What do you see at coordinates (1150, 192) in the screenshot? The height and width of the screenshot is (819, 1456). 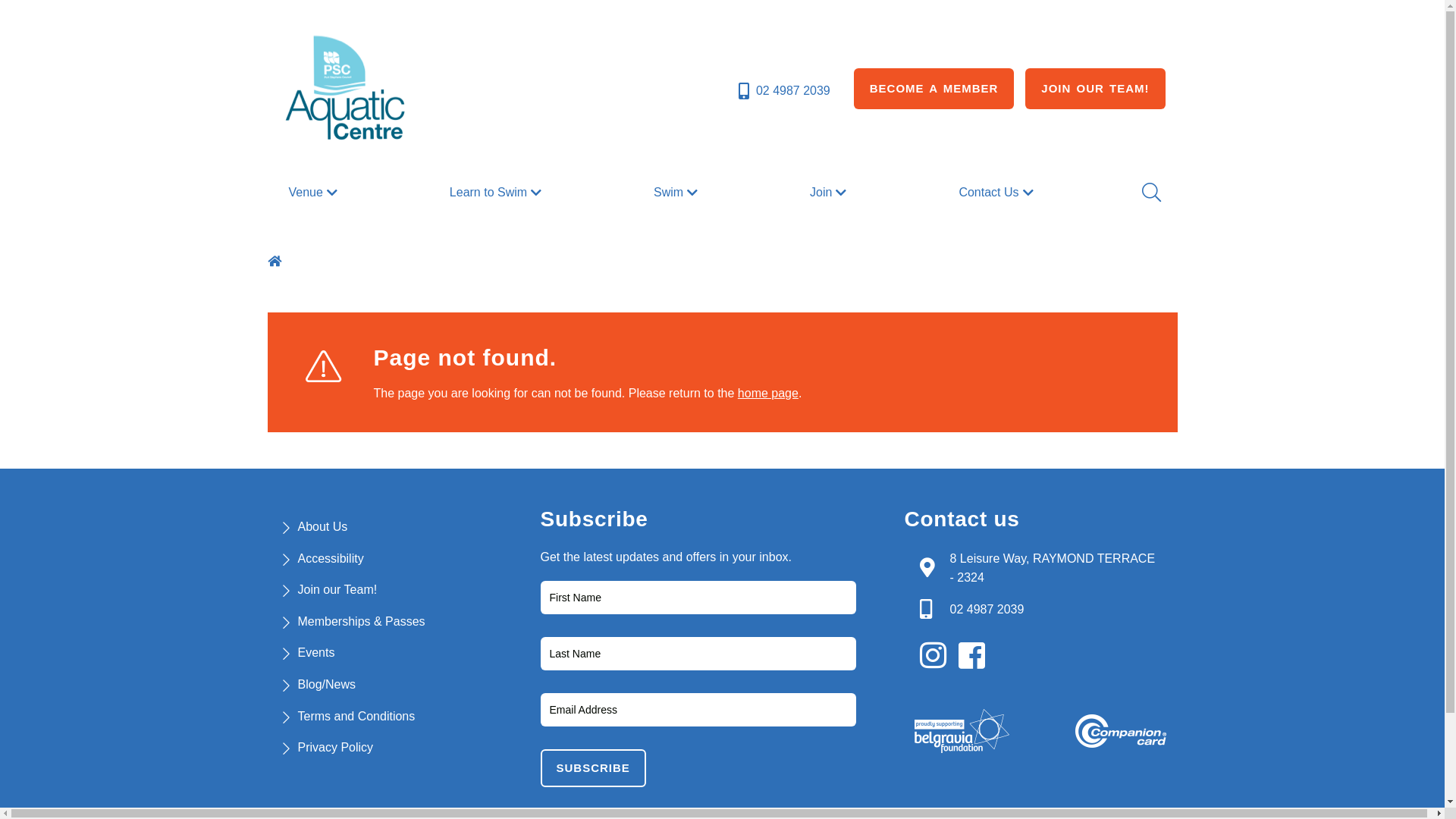 I see `'Search'` at bounding box center [1150, 192].